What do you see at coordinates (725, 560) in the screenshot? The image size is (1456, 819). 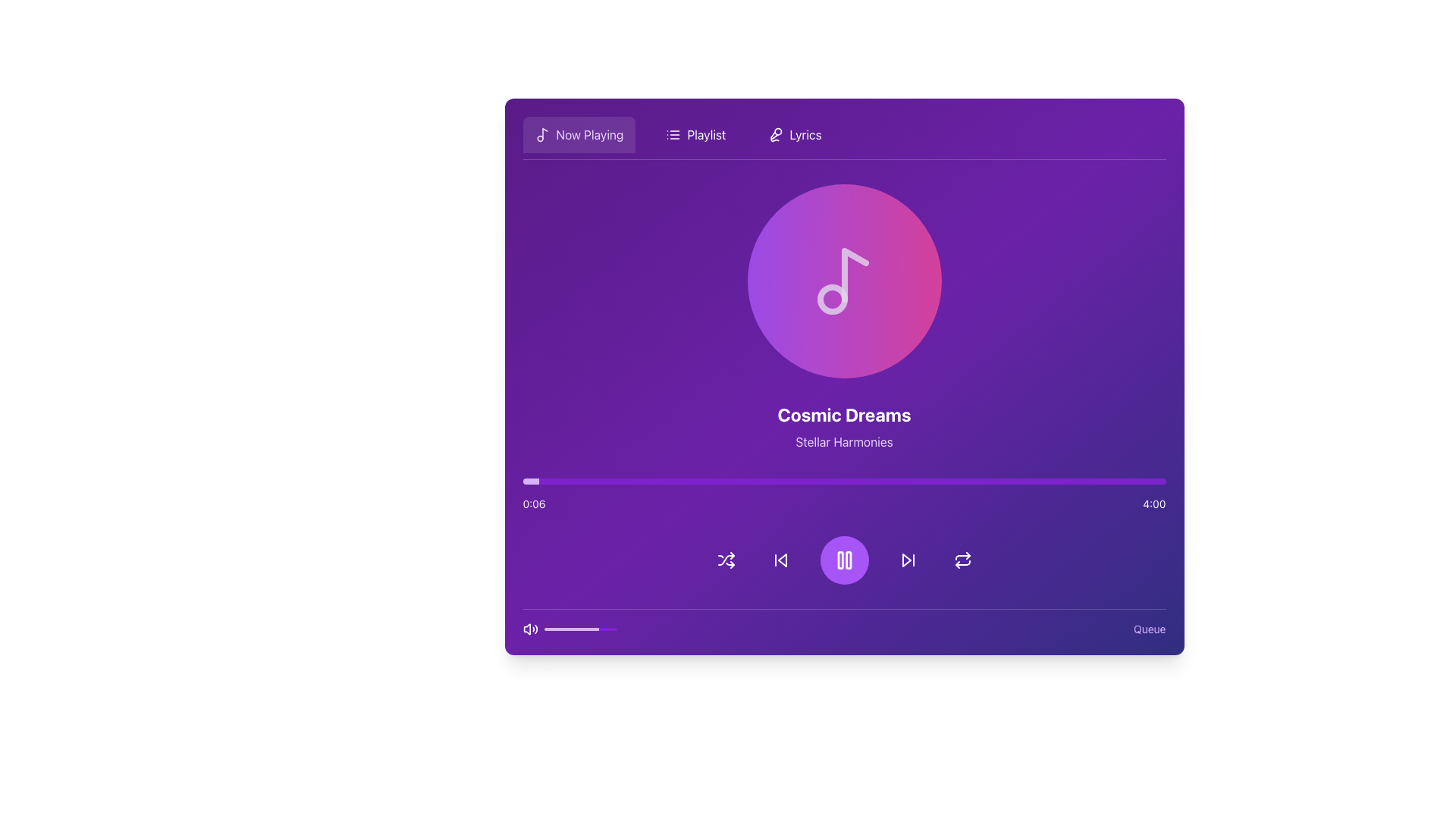 I see `the shuffle icon button, which is the leftmost element in the playback control section of the music interface` at bounding box center [725, 560].